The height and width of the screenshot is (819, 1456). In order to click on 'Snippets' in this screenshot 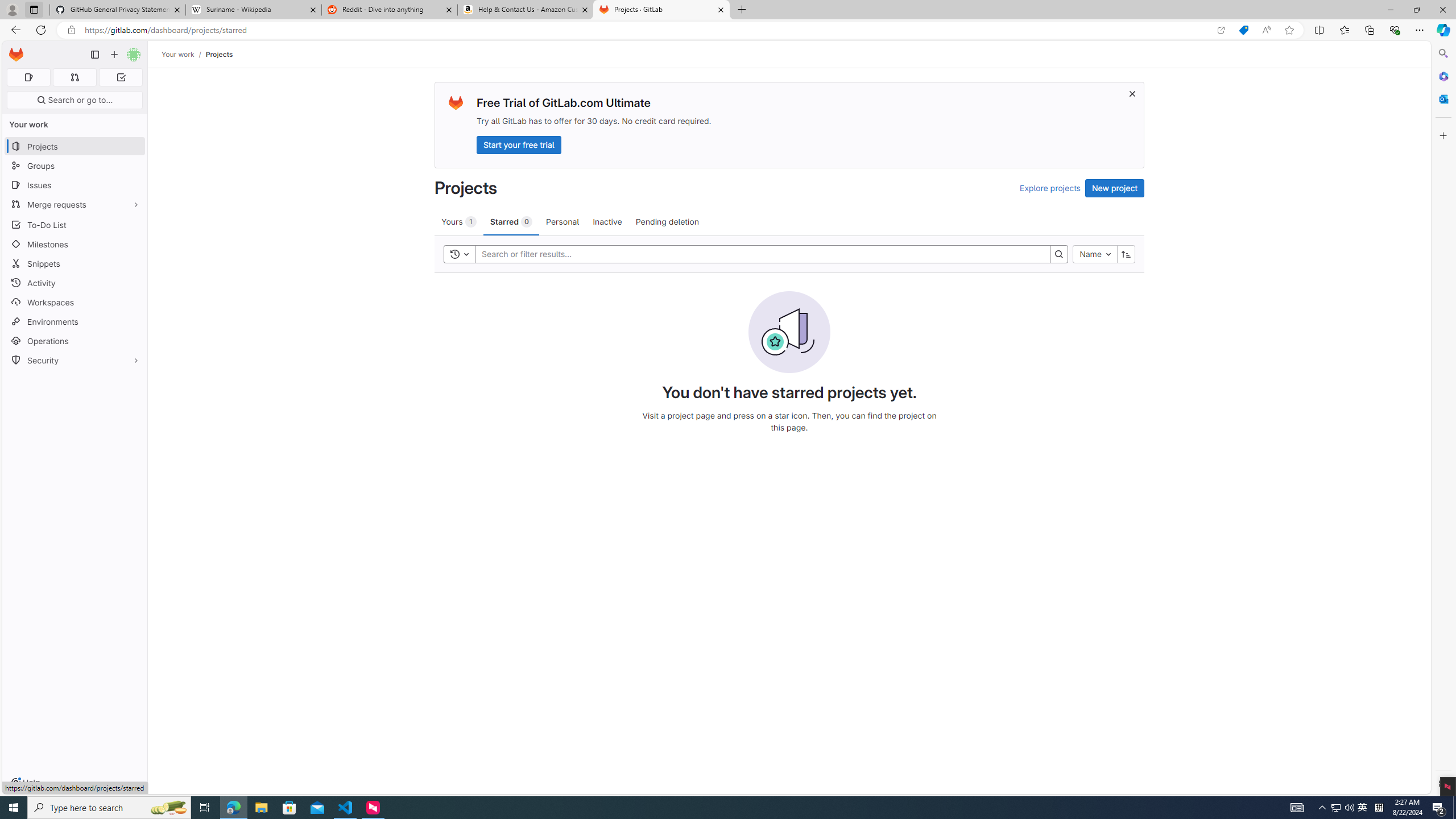, I will do `click(74, 263)`.